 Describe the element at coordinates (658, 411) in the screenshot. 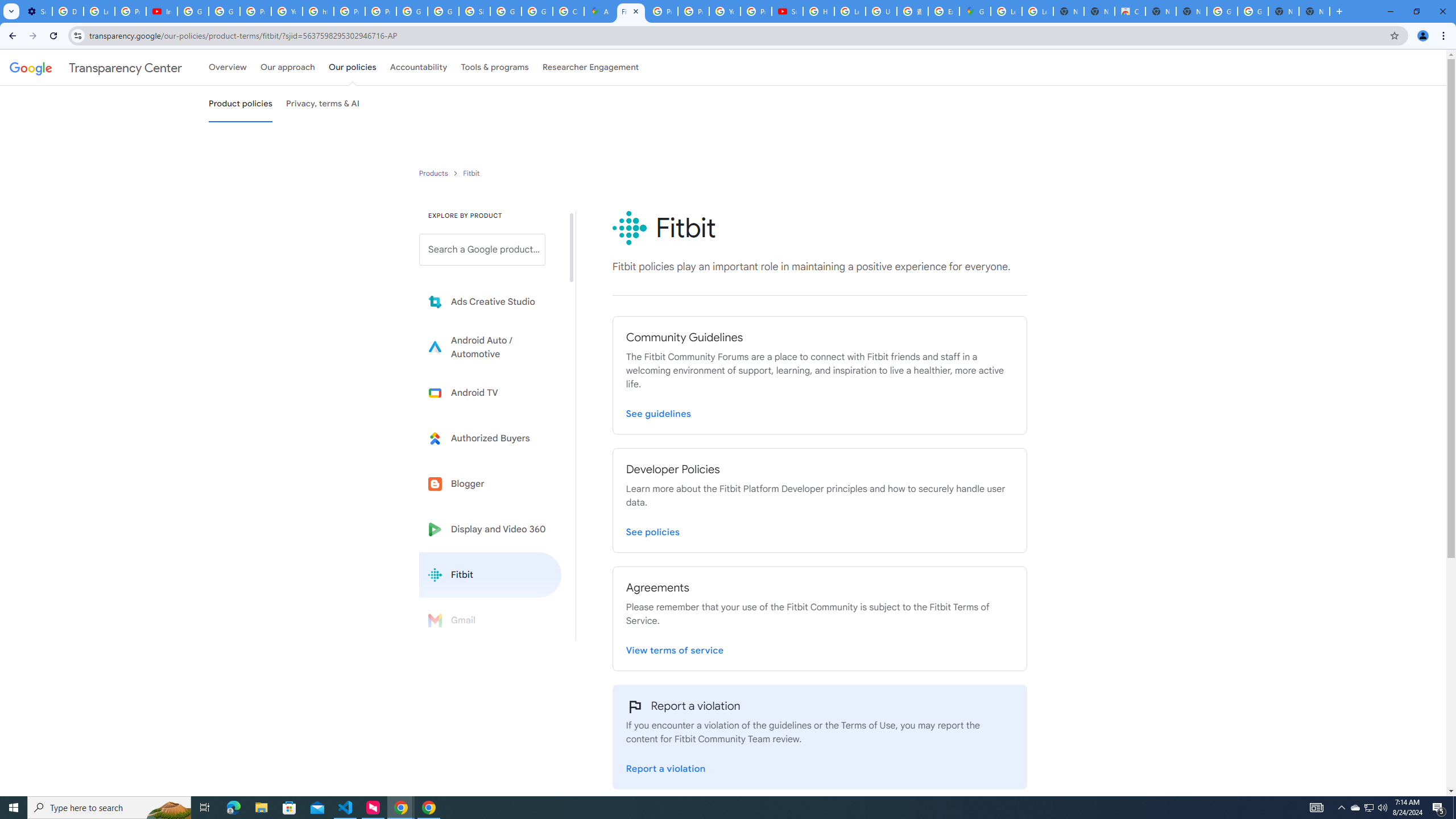

I see `'Visit Fitbit Community Guidelines page'` at that location.